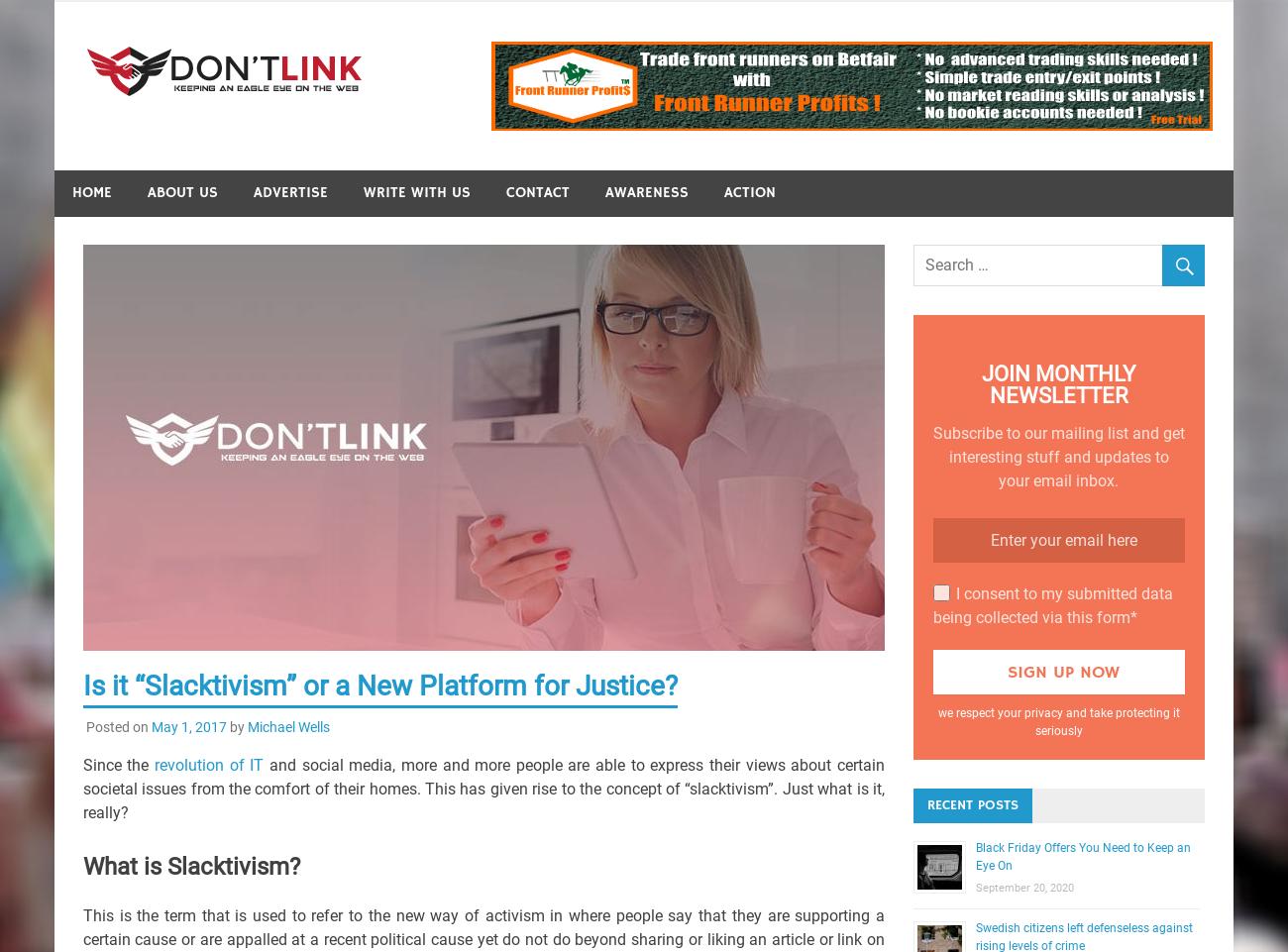 The height and width of the screenshot is (952, 1288). I want to click on 'we respect your privacy and take protecting it seriously', so click(1057, 722).